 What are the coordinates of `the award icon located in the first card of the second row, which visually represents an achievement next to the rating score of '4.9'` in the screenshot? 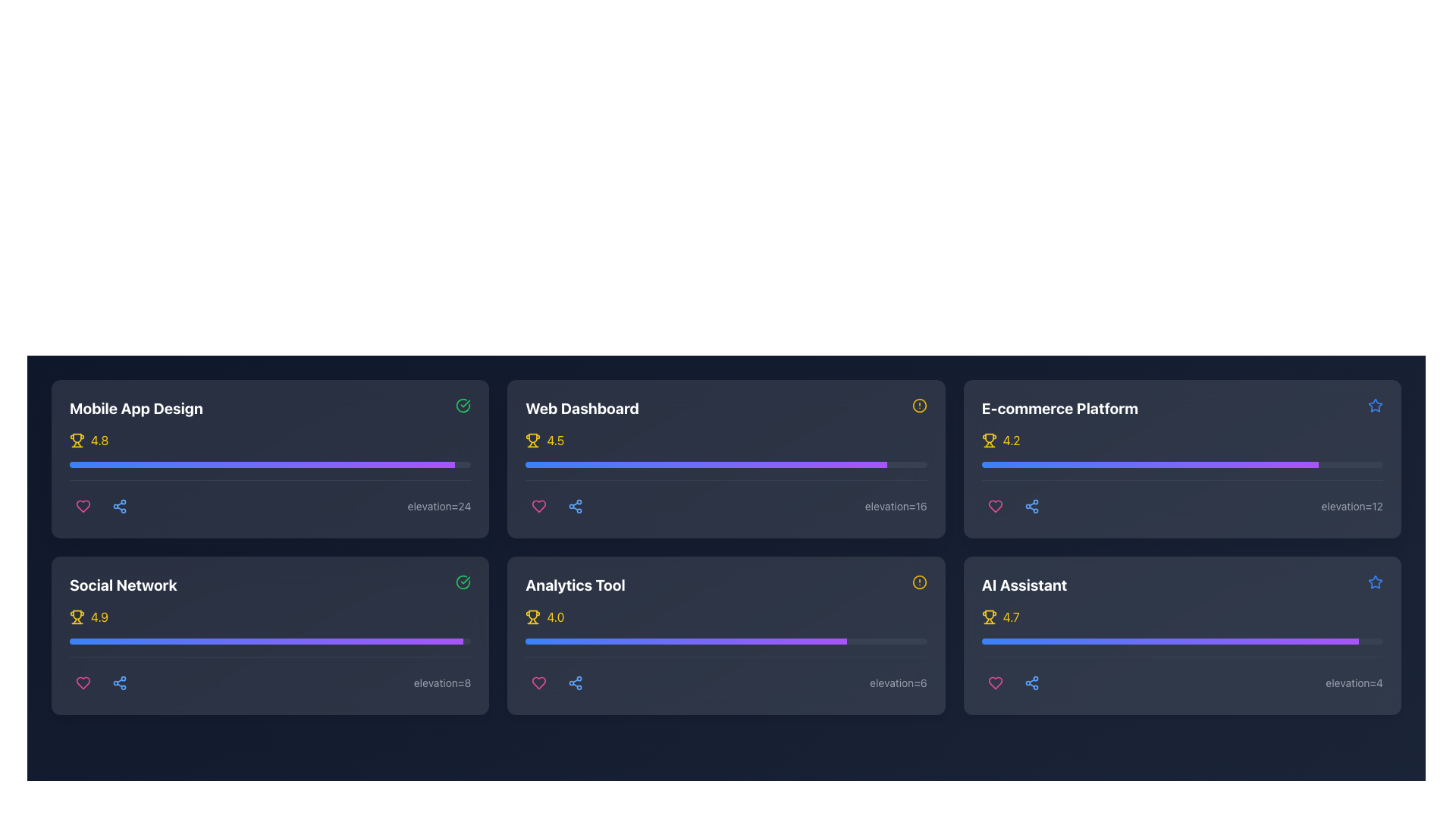 It's located at (76, 617).